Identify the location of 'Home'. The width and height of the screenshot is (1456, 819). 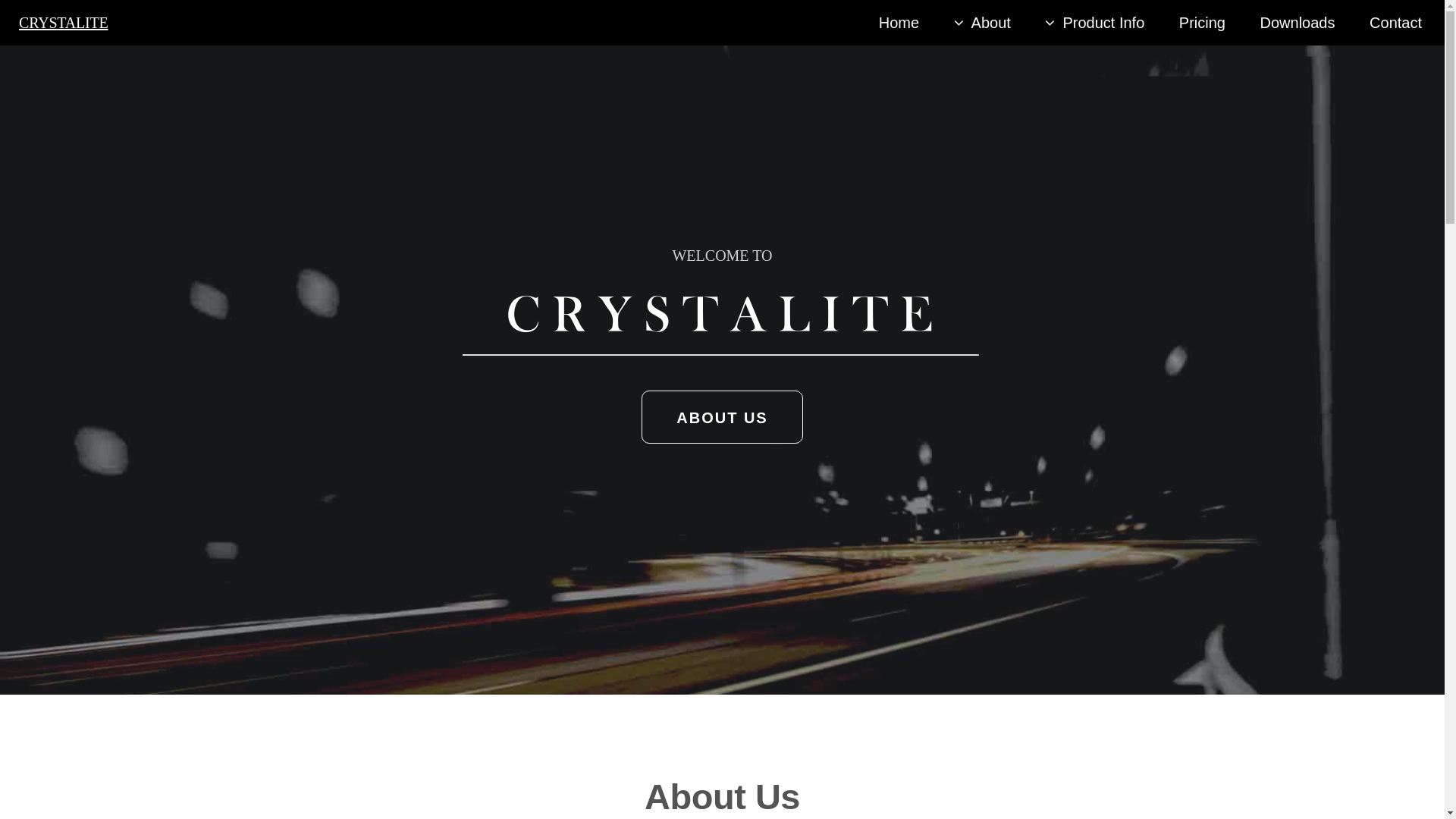
(899, 23).